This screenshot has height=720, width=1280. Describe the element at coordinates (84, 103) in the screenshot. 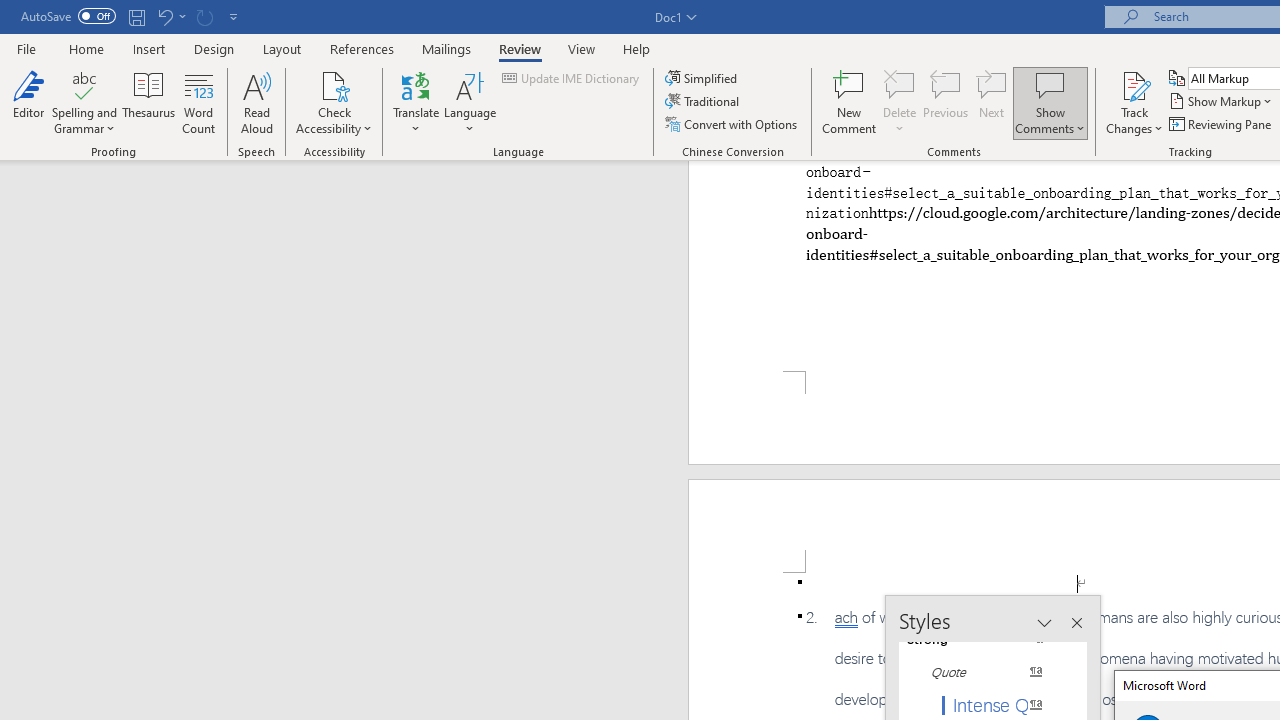

I see `'Spelling and Grammar'` at that location.